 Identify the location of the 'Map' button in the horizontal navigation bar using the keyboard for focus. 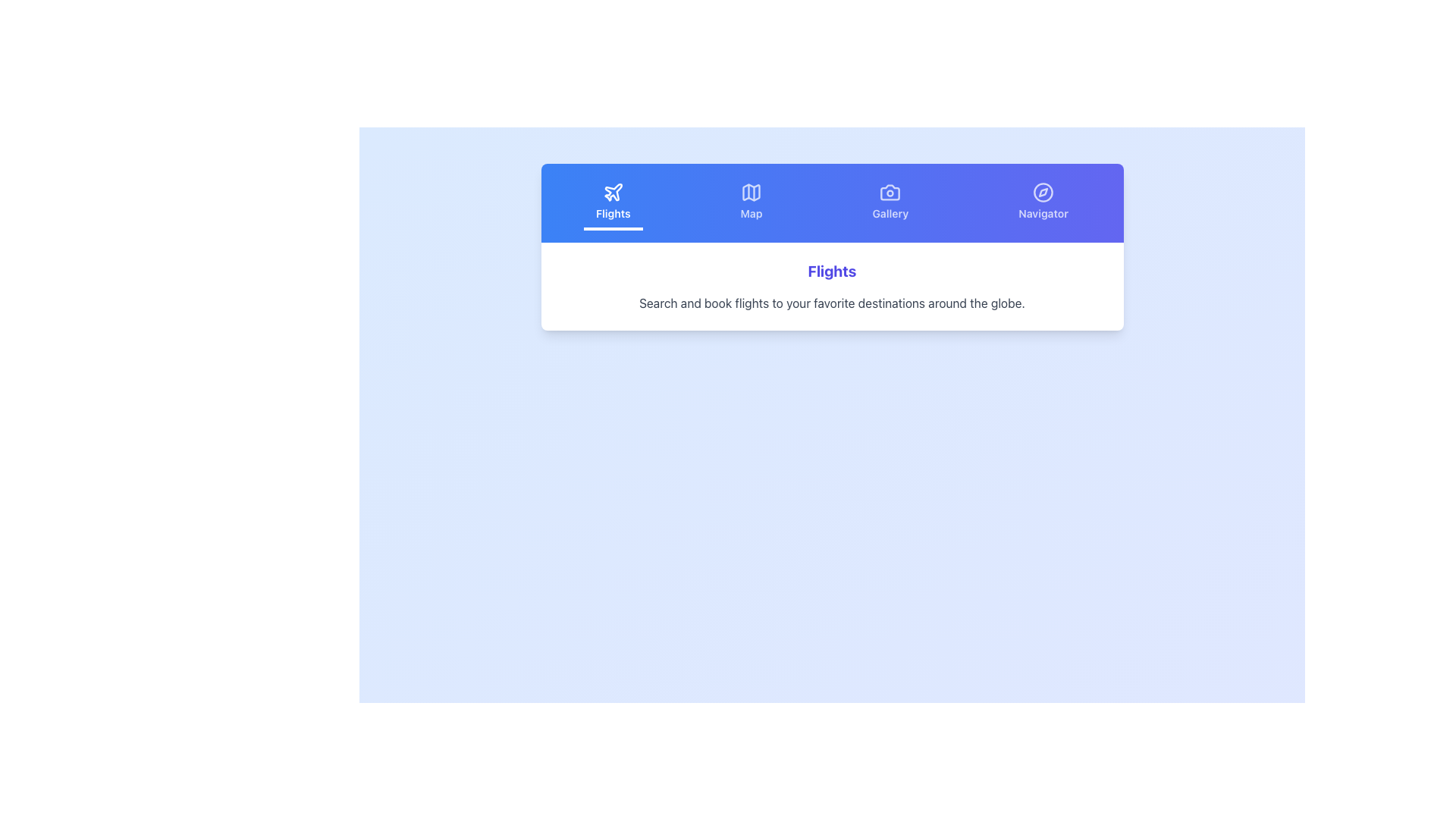
(752, 202).